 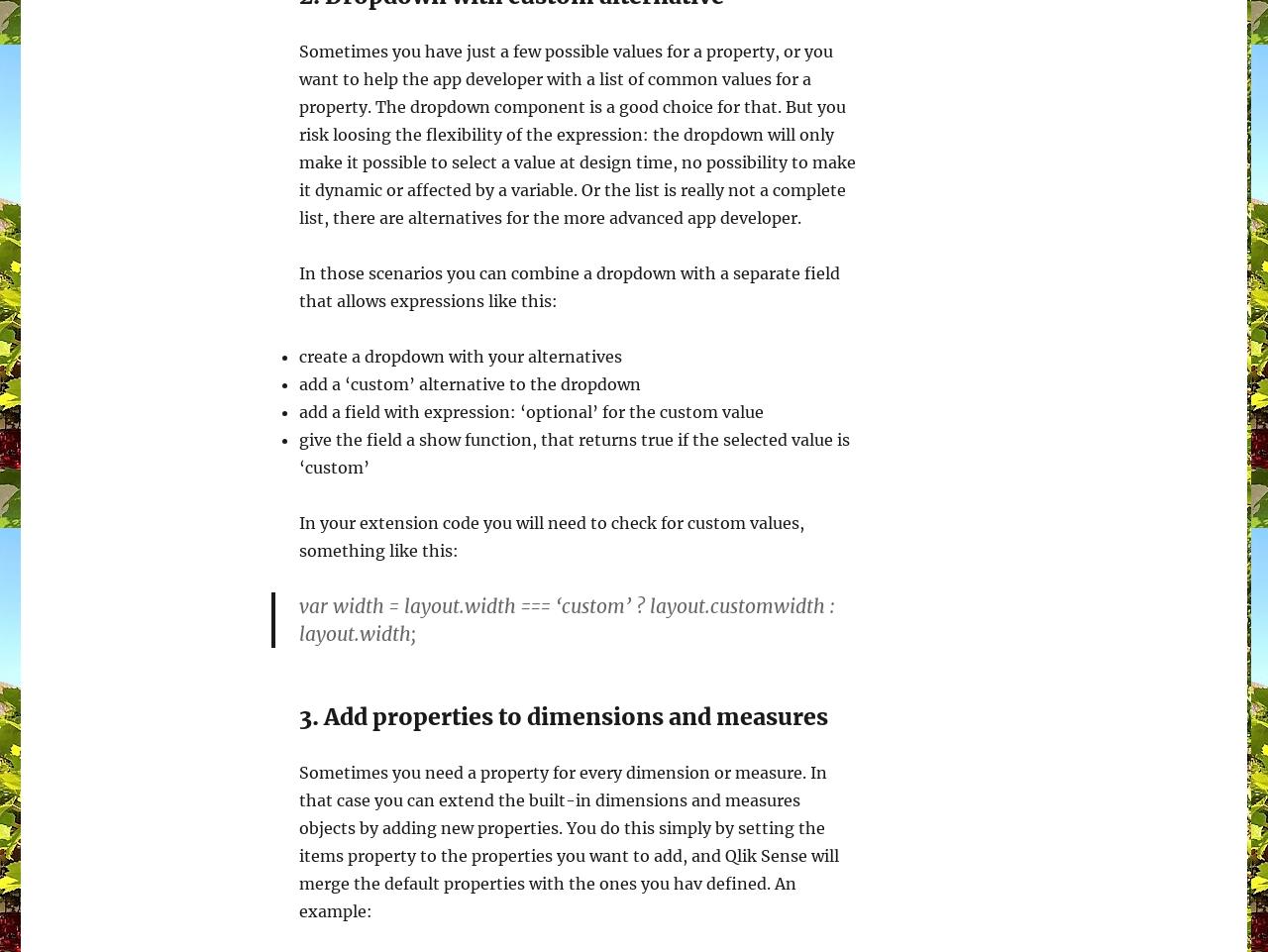 What do you see at coordinates (469, 383) in the screenshot?
I see `'add a ‘custom’ alternative to the dropdown'` at bounding box center [469, 383].